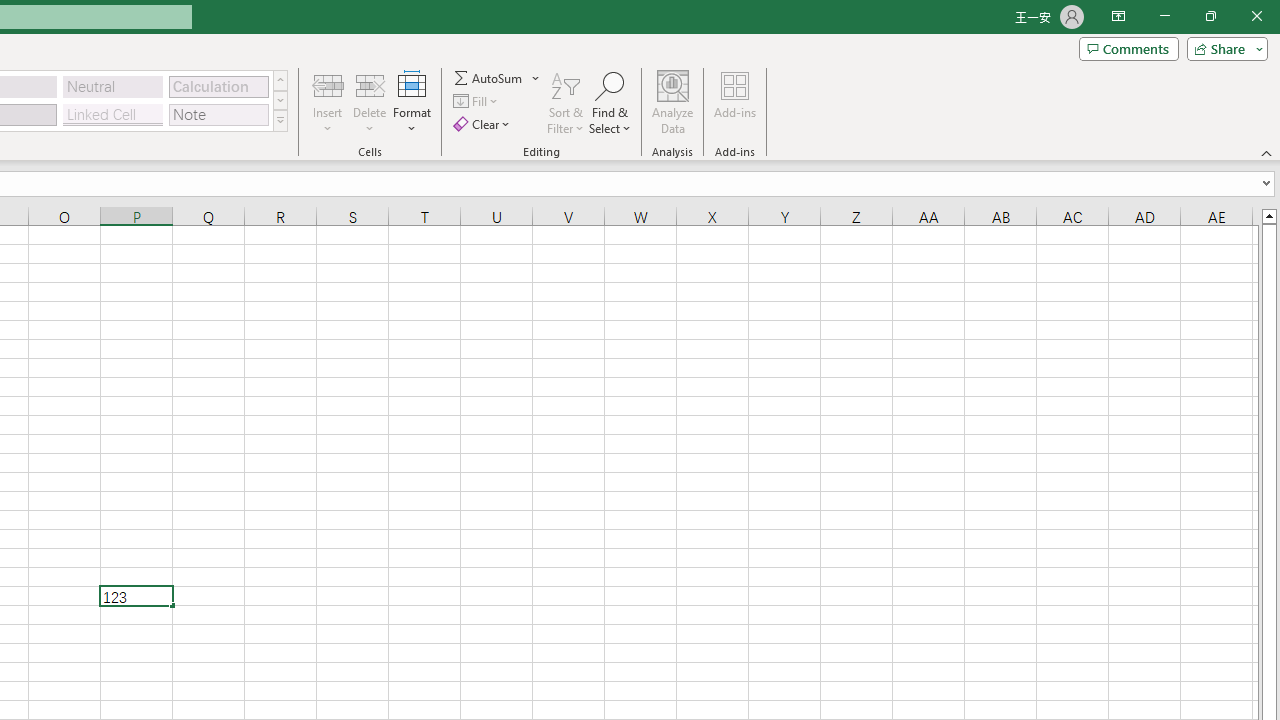 This screenshot has height=720, width=1280. What do you see at coordinates (1268, 215) in the screenshot?
I see `'Line up'` at bounding box center [1268, 215].